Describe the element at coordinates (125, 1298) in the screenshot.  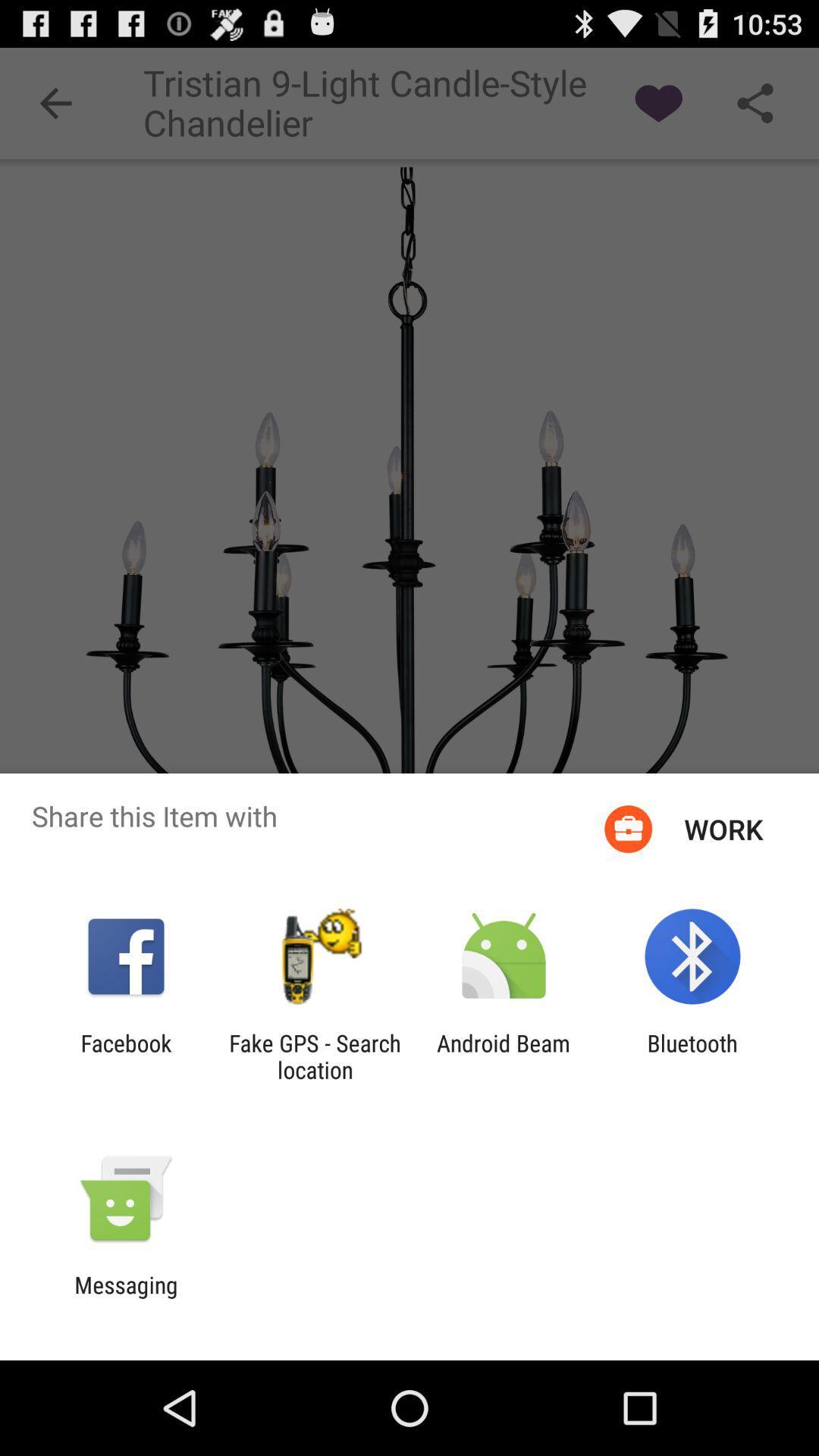
I see `the messaging` at that location.